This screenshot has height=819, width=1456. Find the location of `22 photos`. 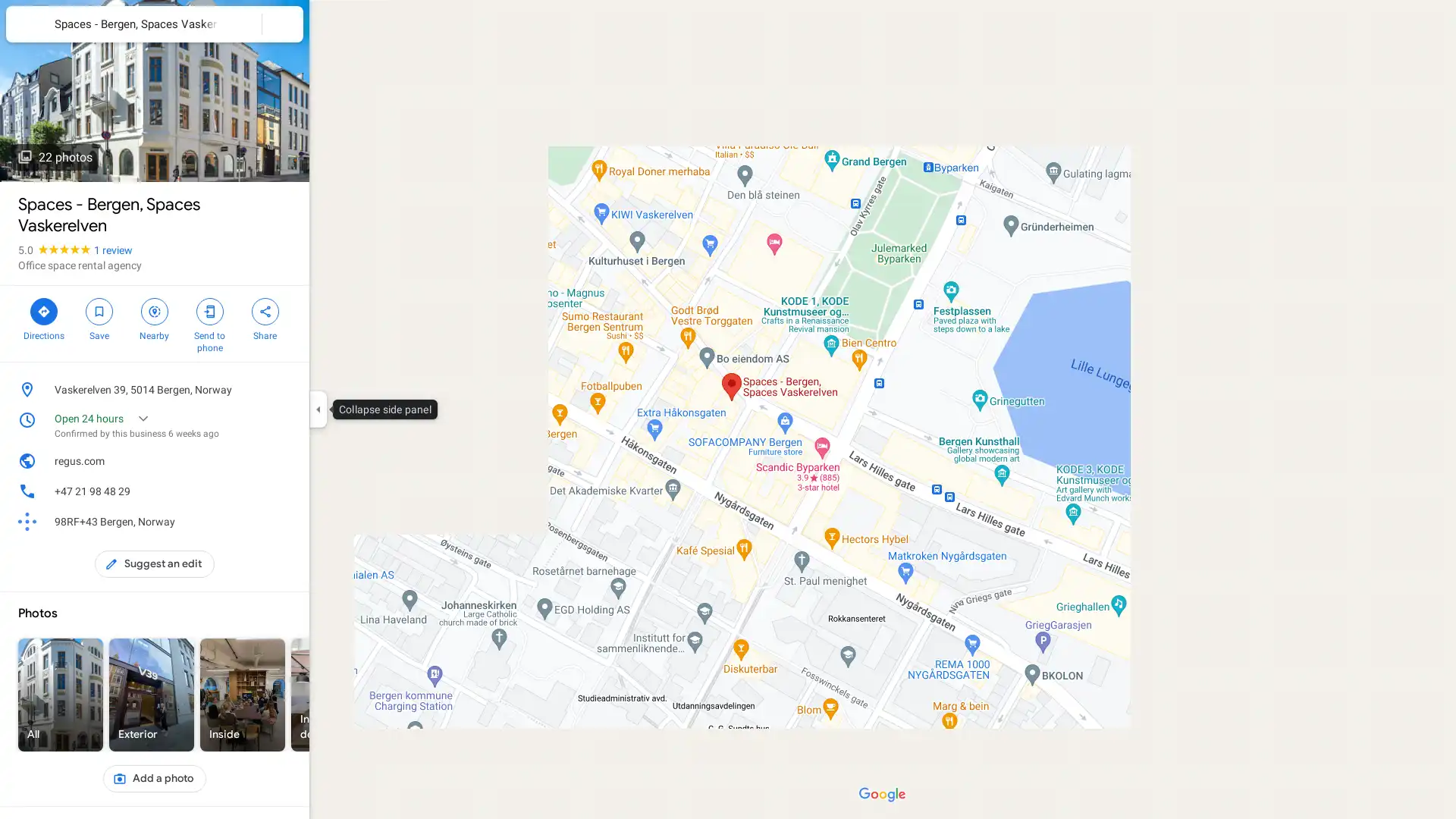

22 photos is located at coordinates (55, 157).